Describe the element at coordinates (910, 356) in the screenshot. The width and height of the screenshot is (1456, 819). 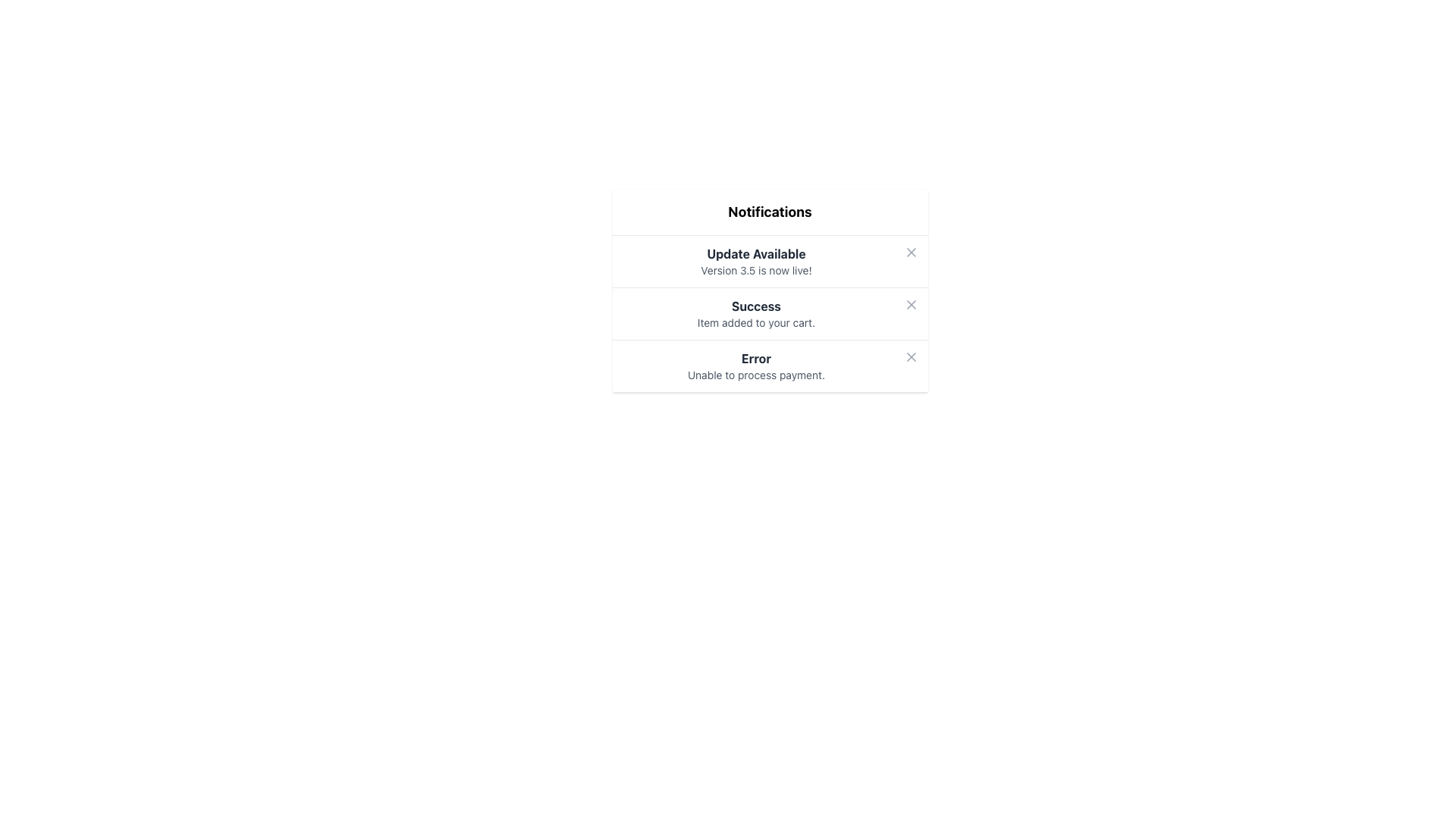
I see `the close button represented by a gray 'X' at the far right of the 'Error' notification labeled 'Unable to process payment'` at that location.